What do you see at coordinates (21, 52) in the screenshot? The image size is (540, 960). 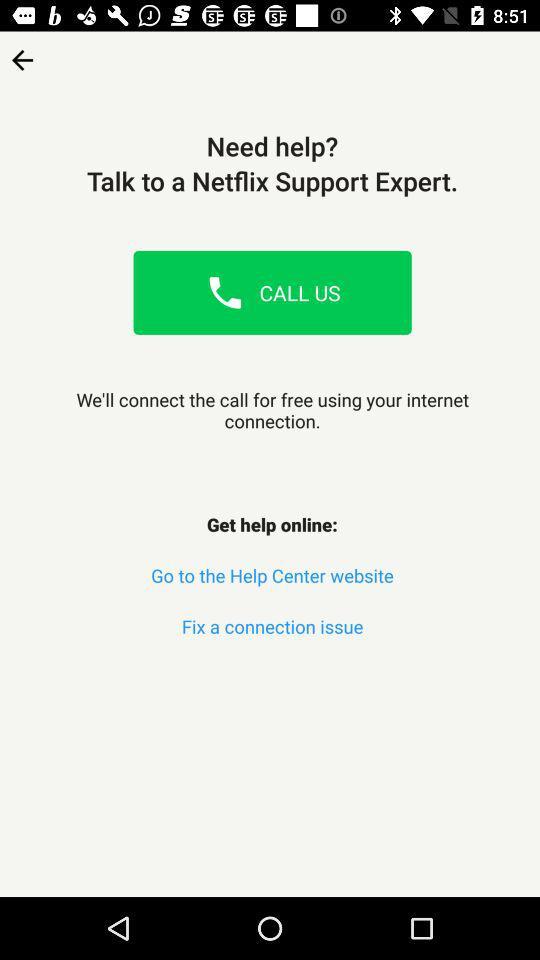 I see `the arrow_backward icon` at bounding box center [21, 52].